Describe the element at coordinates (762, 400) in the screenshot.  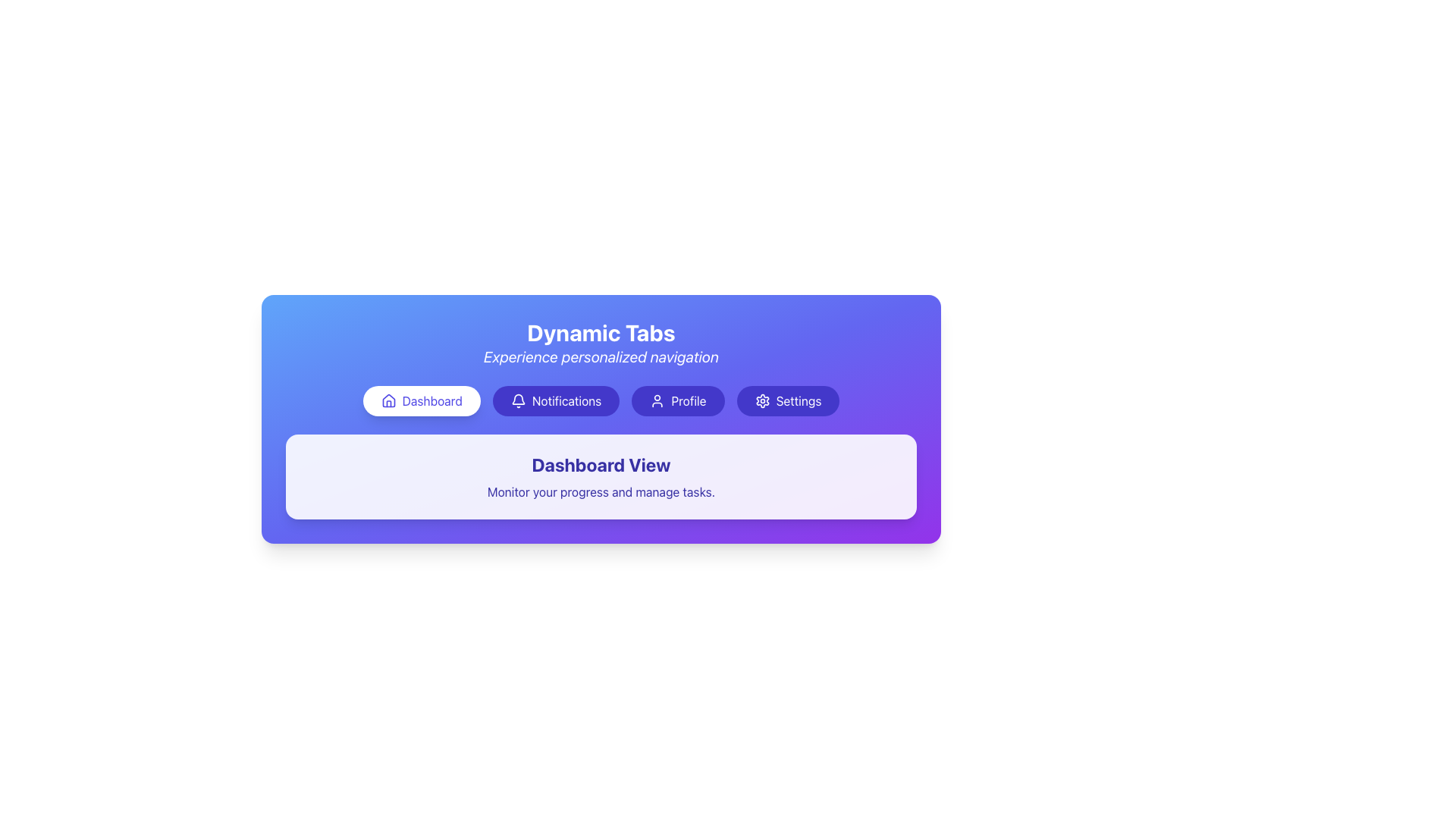
I see `the gear-shaped settings icon located to the left of the 'Settings' text label within the dark purple rounded rectangular button` at that location.